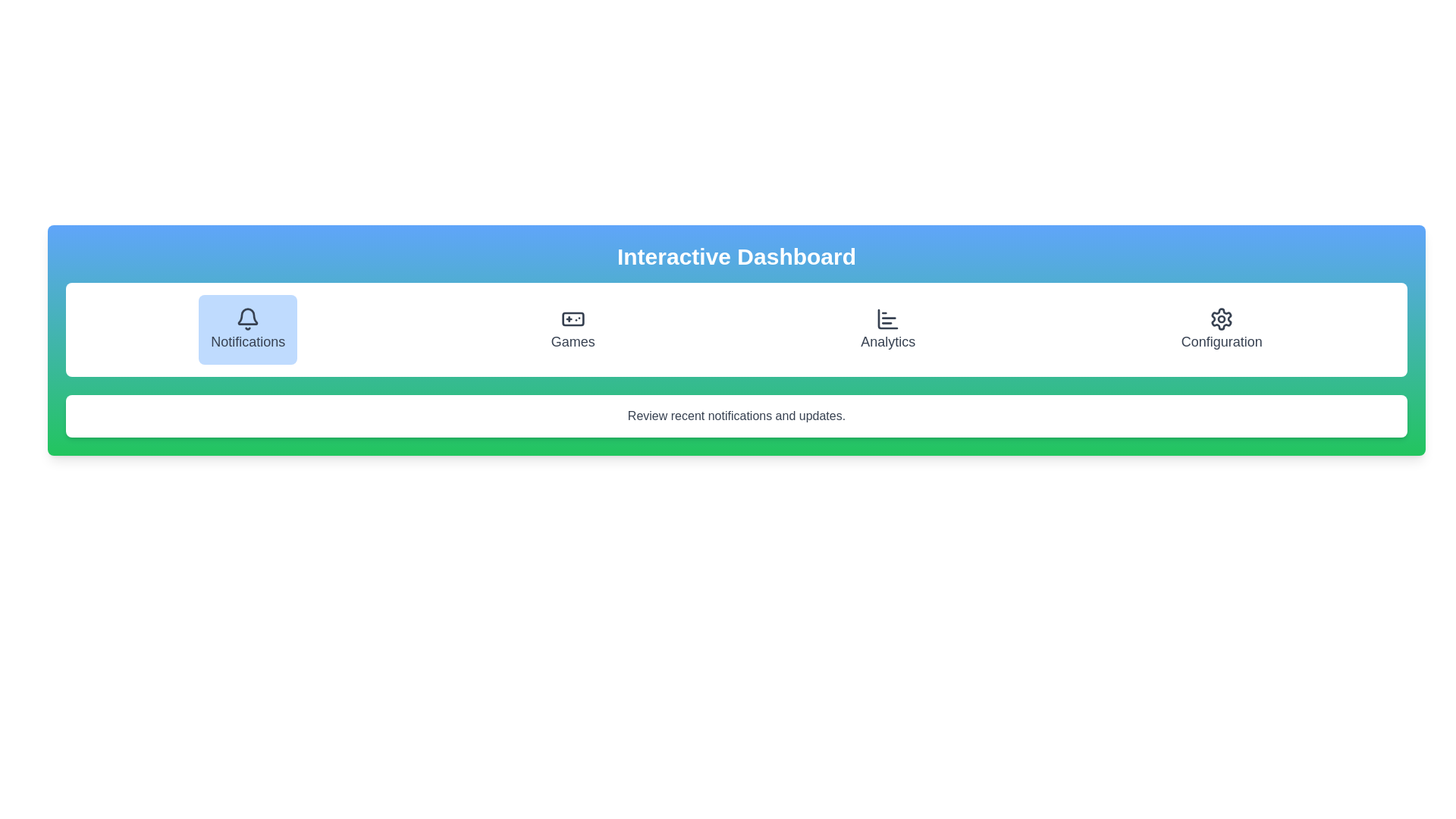 Image resolution: width=1456 pixels, height=819 pixels. I want to click on the tab corresponding to Analytics, so click(888, 329).